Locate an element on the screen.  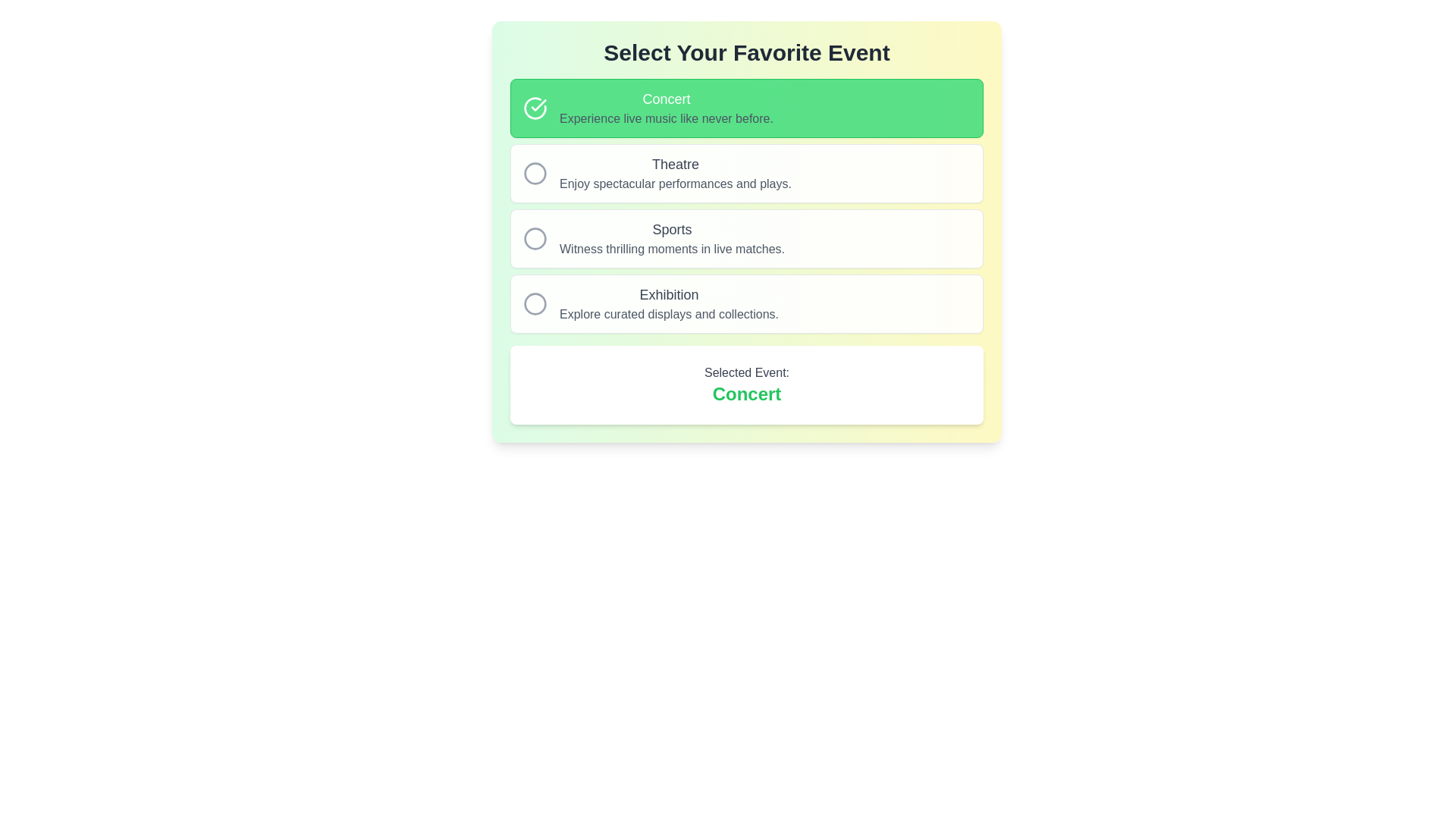
the circular radio button for the 'Sports' selection is located at coordinates (535, 239).